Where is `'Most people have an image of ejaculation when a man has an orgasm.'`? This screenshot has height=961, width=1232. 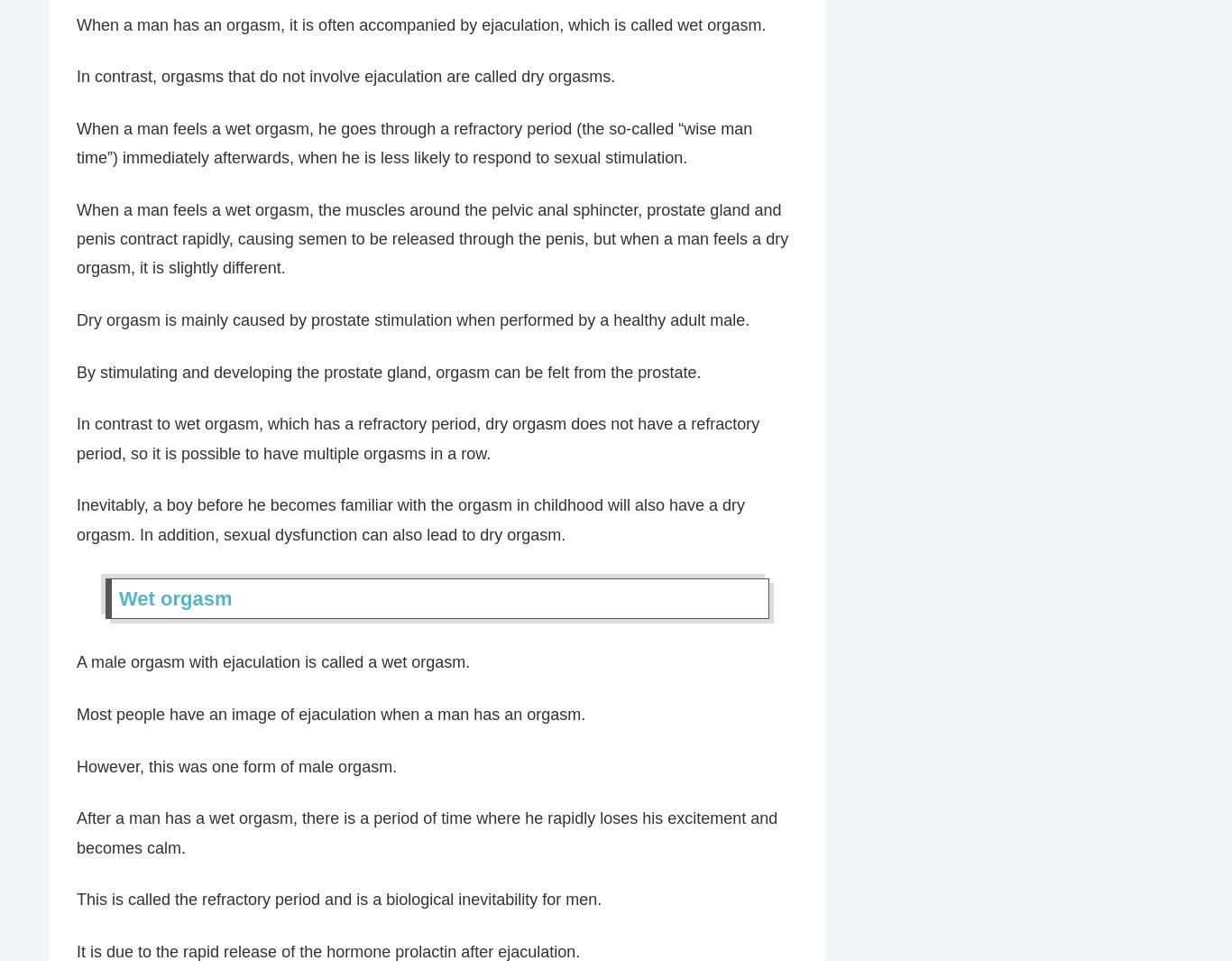 'Most people have an image of ejaculation when a man has an orgasm.' is located at coordinates (330, 715).